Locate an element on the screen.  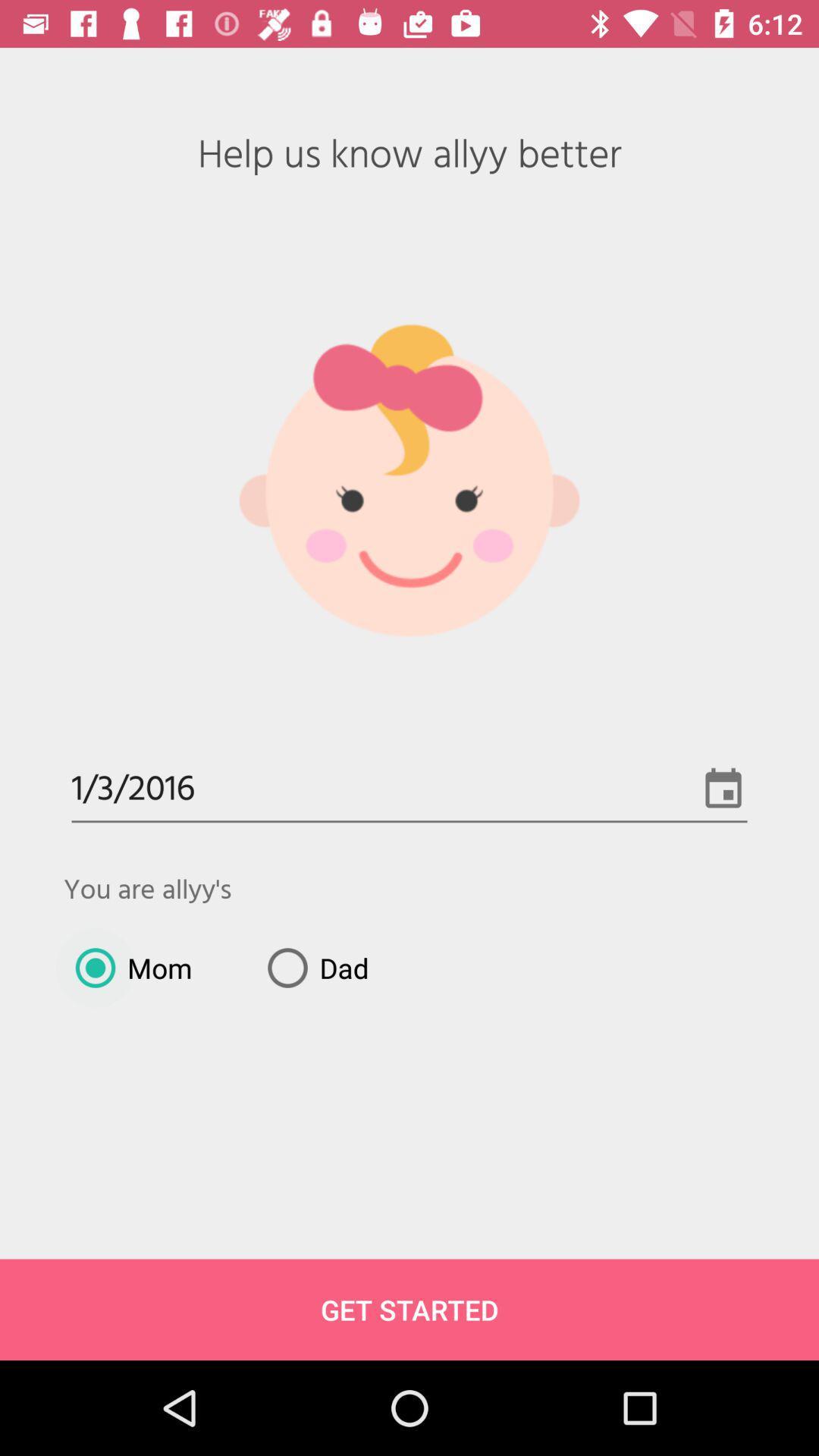
icon below you are allyy item is located at coordinates (127, 967).